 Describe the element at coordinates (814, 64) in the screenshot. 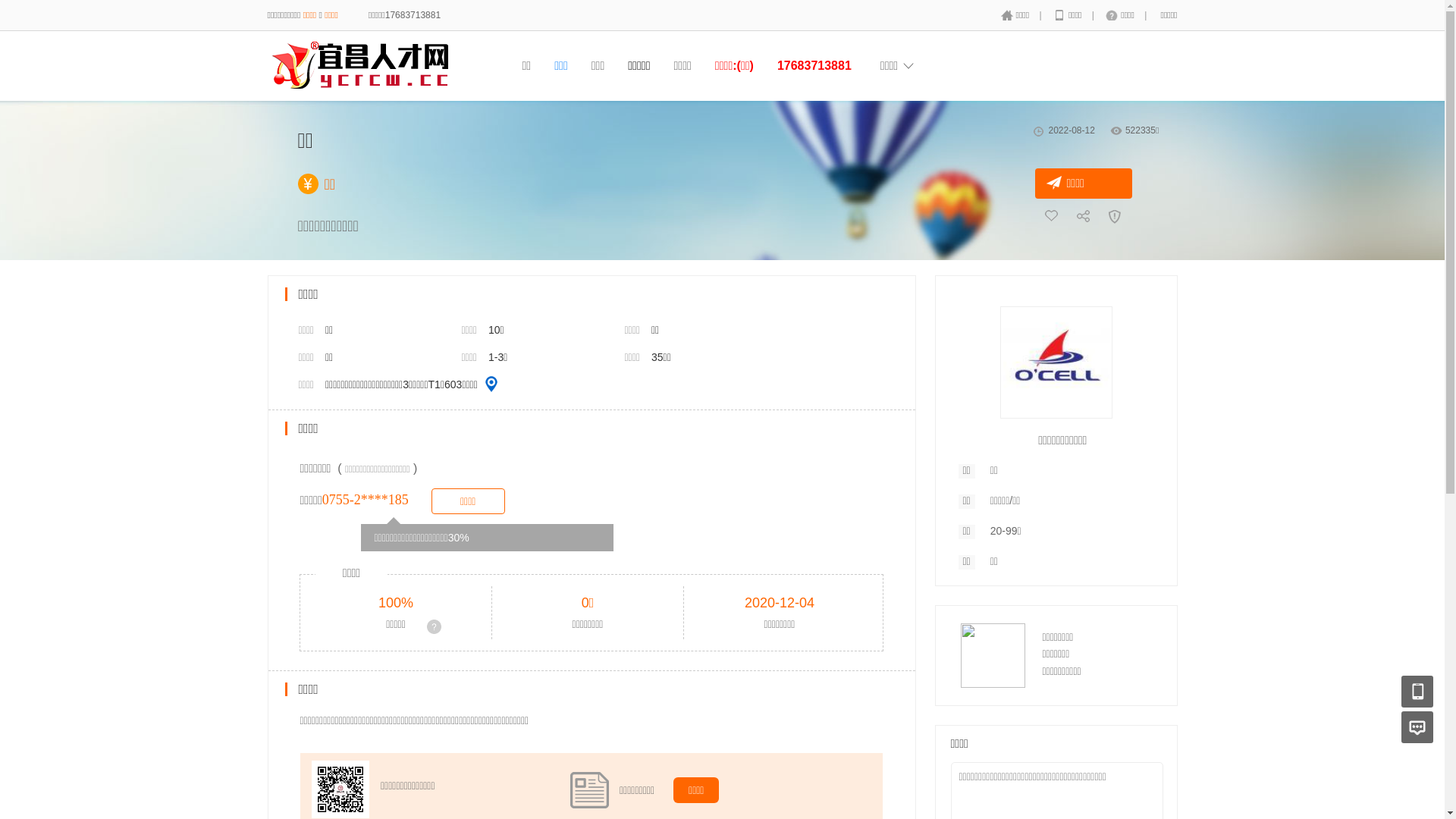

I see `'17683713881'` at that location.